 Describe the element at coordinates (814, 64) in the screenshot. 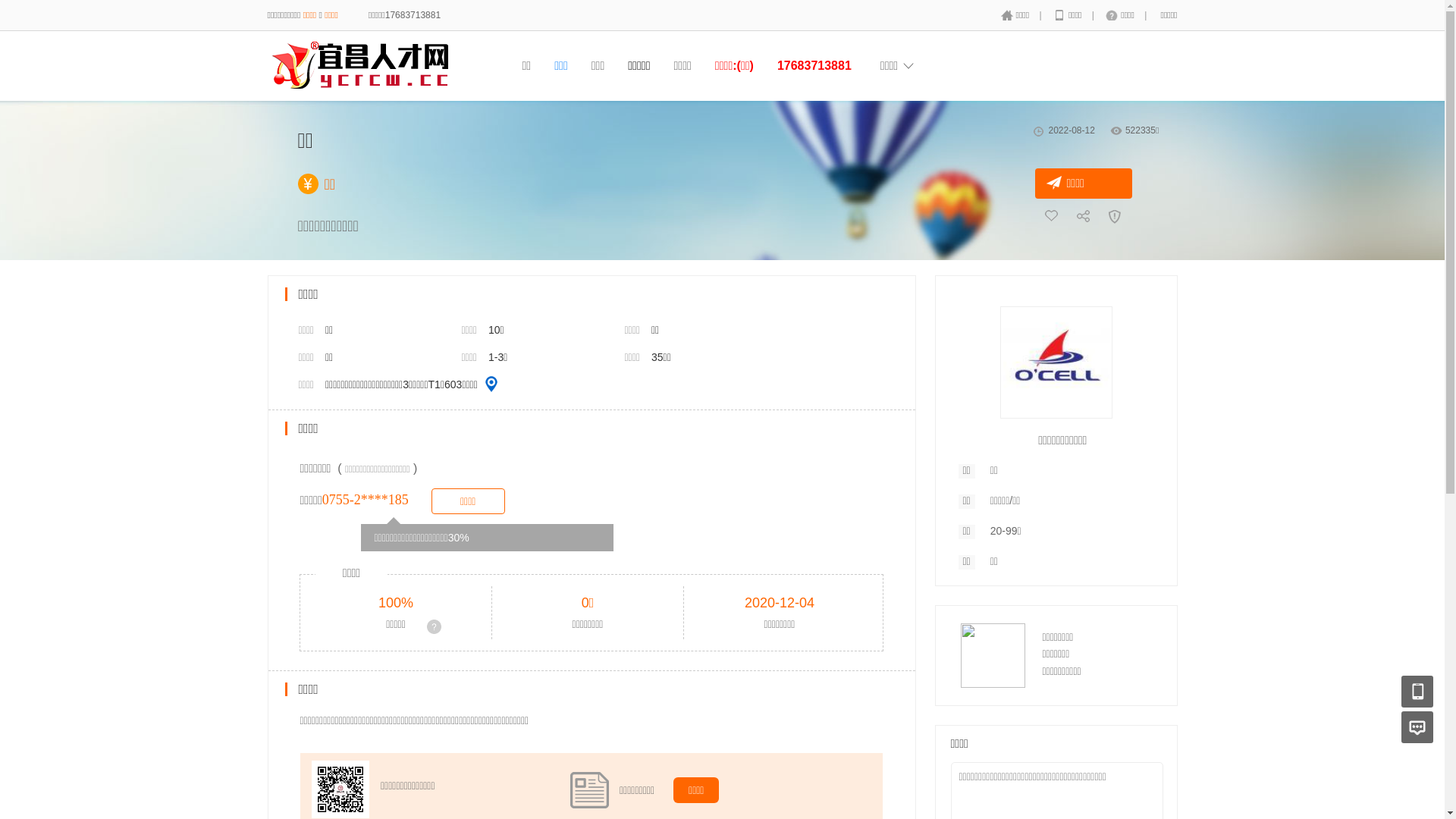

I see `'17683713881'` at that location.